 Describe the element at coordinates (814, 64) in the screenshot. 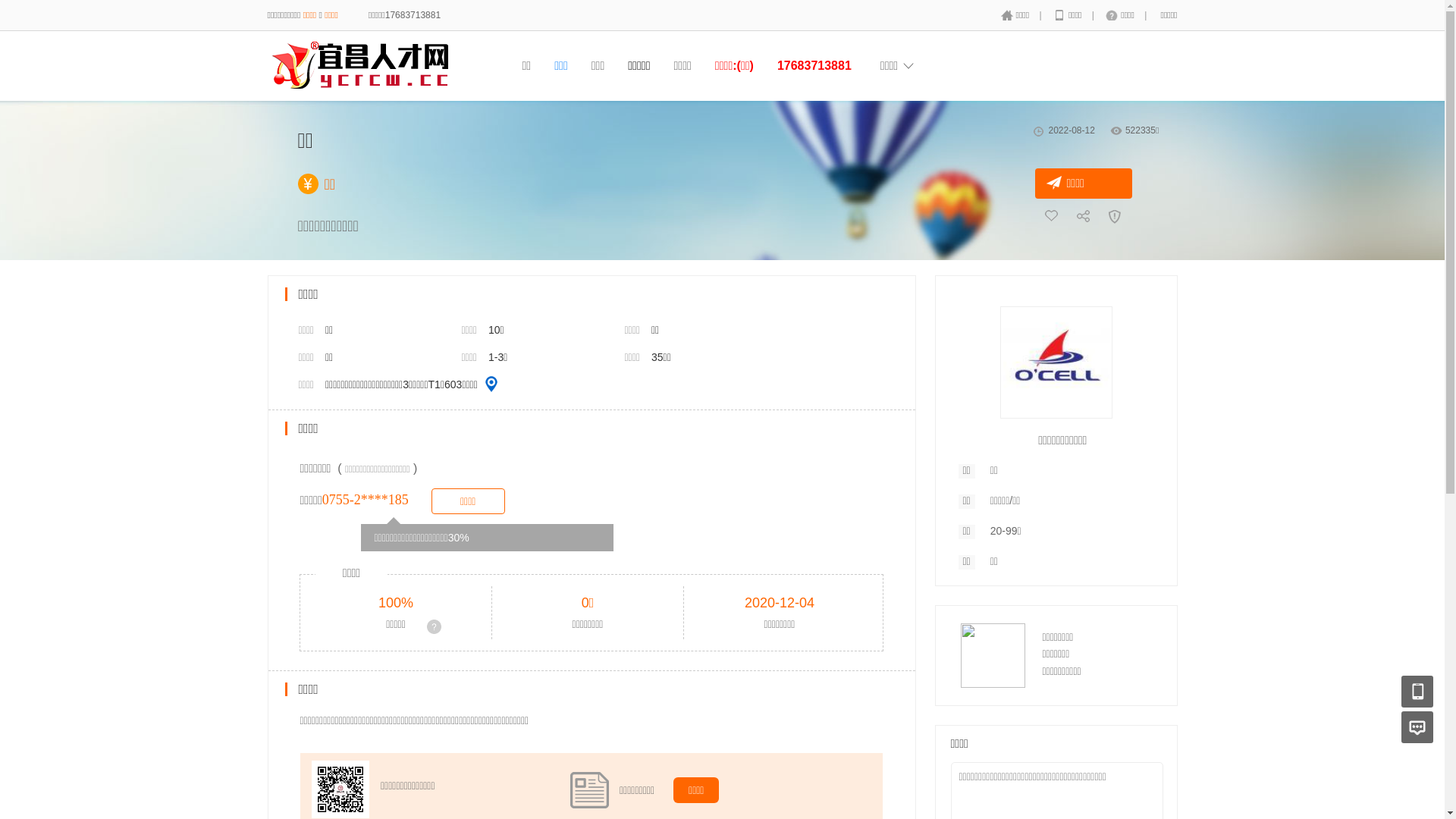

I see `'17683713881'` at that location.